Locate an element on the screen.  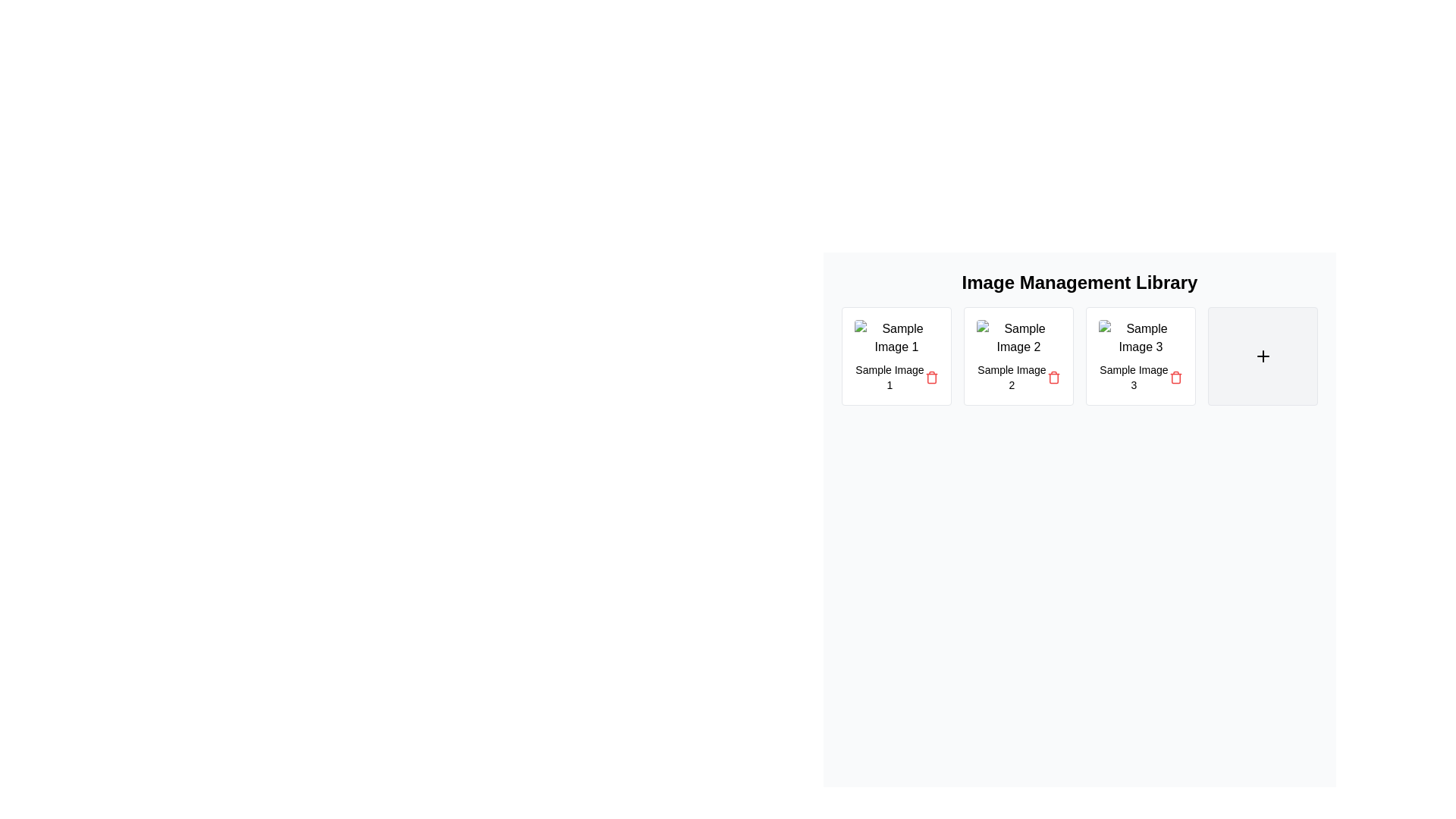
the image with a placeholder design featuring a mountain and sun icon is located at coordinates (1018, 337).